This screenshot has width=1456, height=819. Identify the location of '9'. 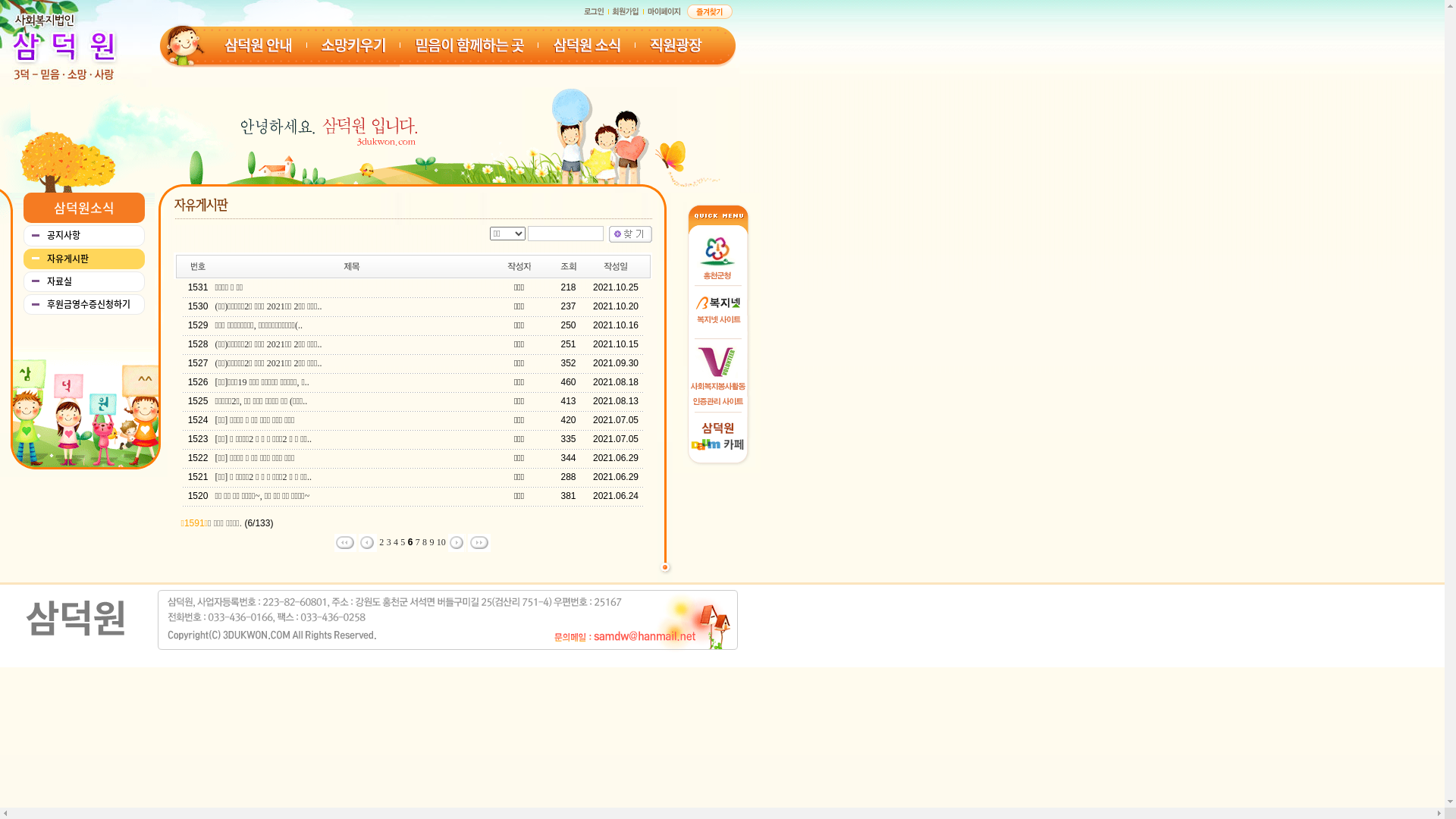
(431, 541).